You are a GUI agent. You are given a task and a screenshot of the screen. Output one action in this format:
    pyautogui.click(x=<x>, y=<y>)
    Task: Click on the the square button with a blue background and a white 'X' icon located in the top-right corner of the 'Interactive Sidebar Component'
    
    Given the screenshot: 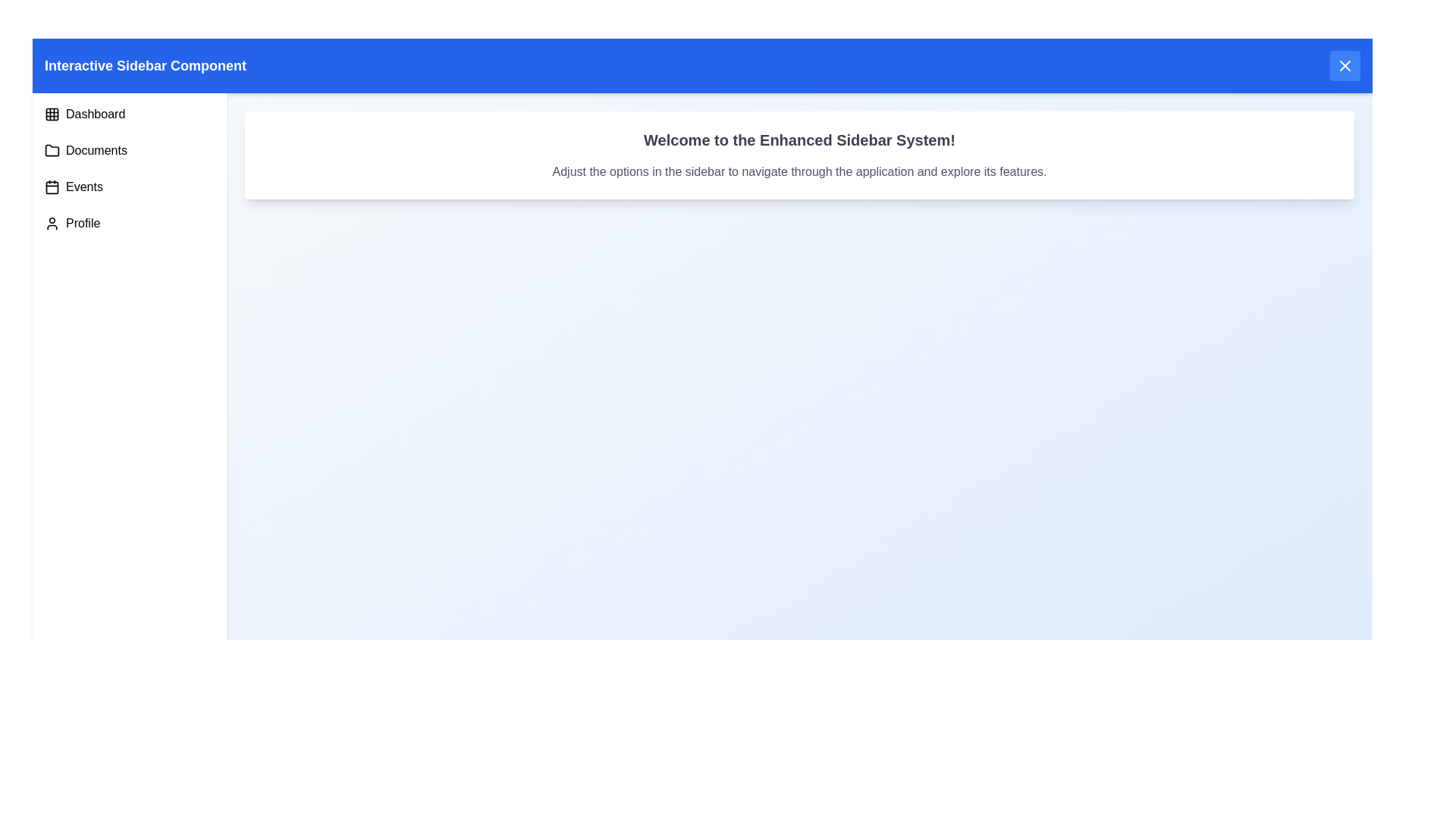 What is the action you would take?
    pyautogui.click(x=1345, y=65)
    